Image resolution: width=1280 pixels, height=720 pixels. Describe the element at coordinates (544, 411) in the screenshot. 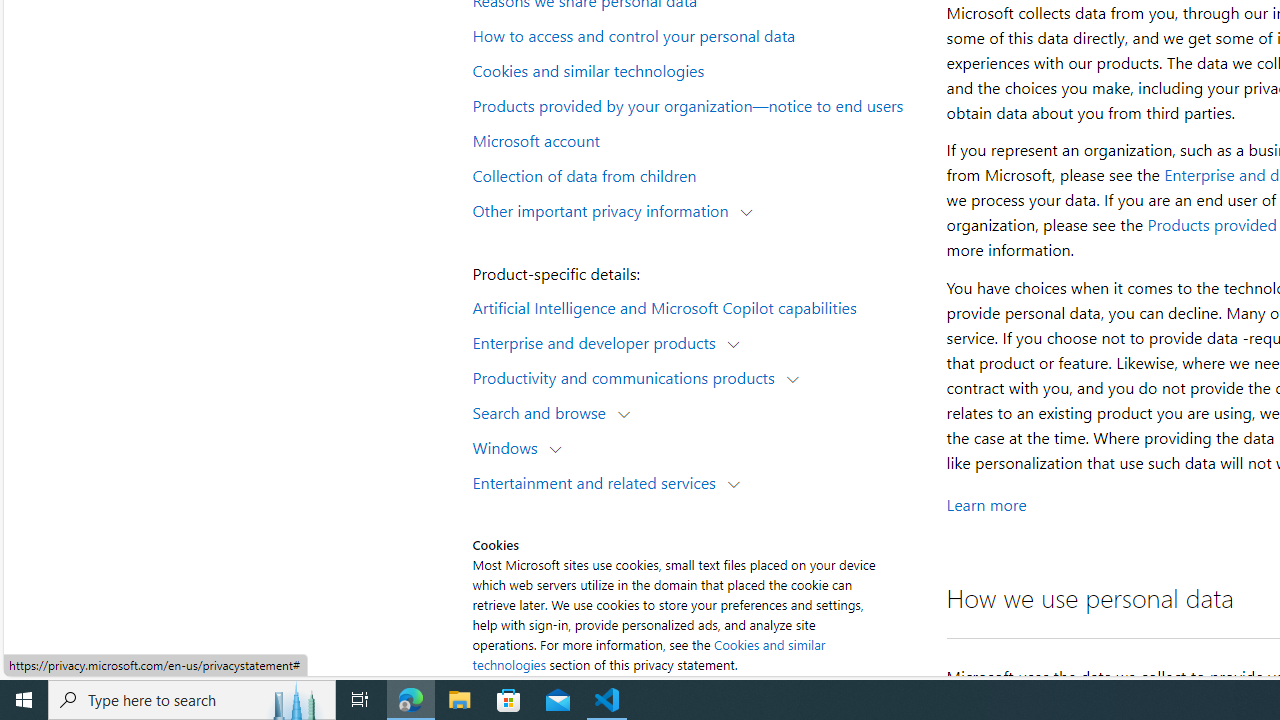

I see `'Search and browse'` at that location.